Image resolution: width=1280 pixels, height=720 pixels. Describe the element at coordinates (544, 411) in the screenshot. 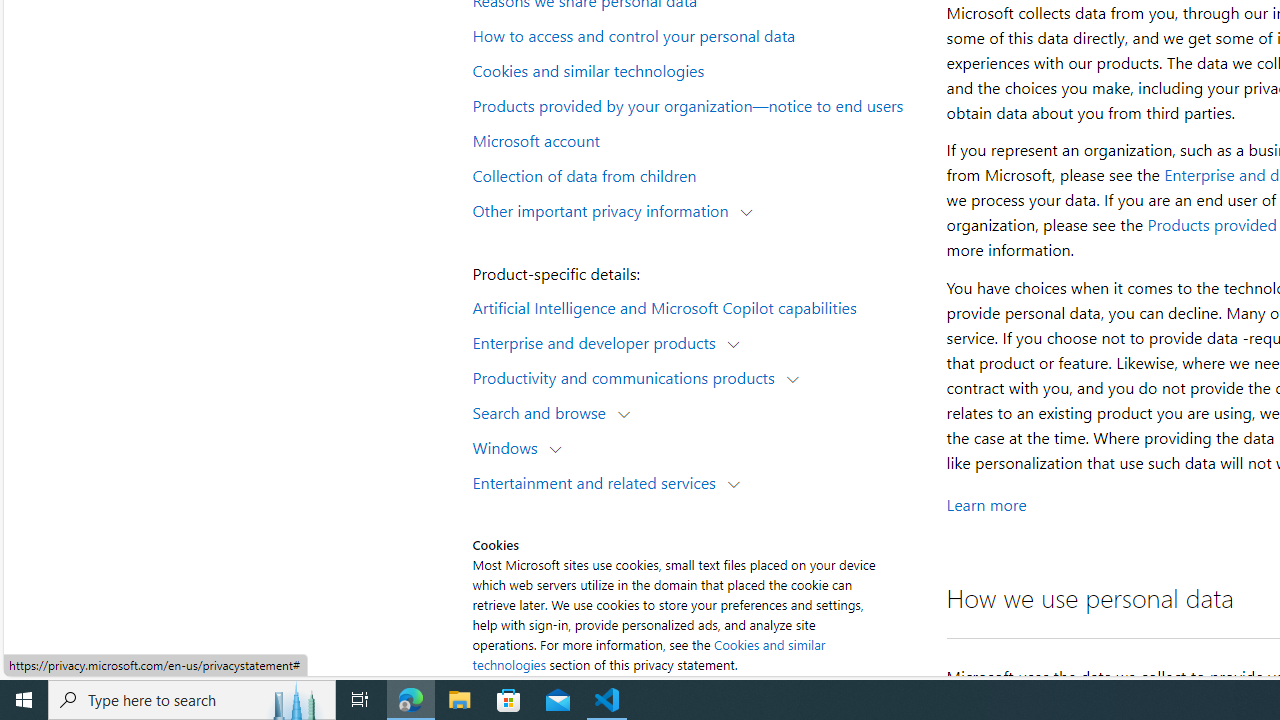

I see `'Search and browse'` at that location.